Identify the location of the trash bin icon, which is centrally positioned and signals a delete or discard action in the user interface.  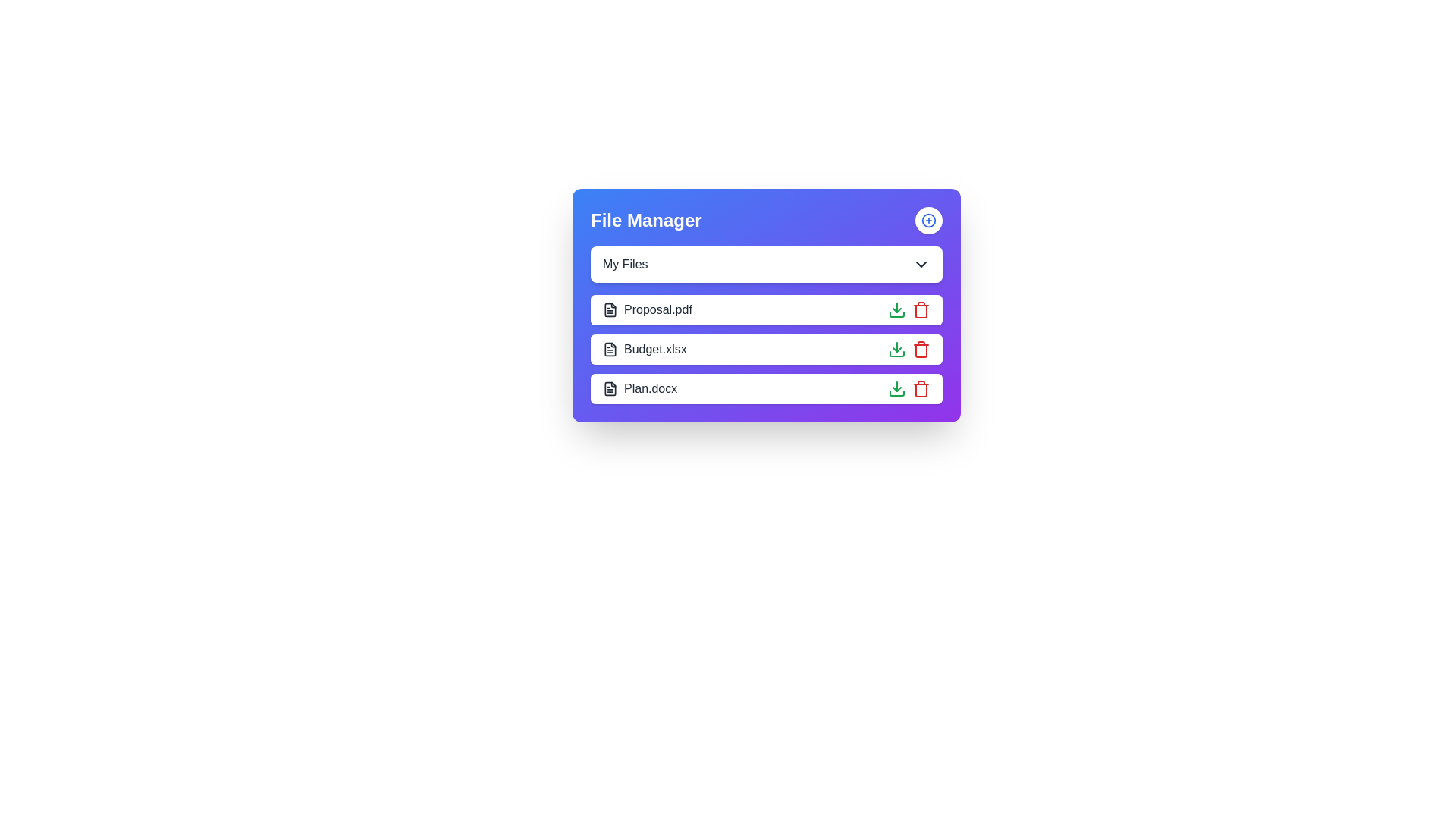
(920, 350).